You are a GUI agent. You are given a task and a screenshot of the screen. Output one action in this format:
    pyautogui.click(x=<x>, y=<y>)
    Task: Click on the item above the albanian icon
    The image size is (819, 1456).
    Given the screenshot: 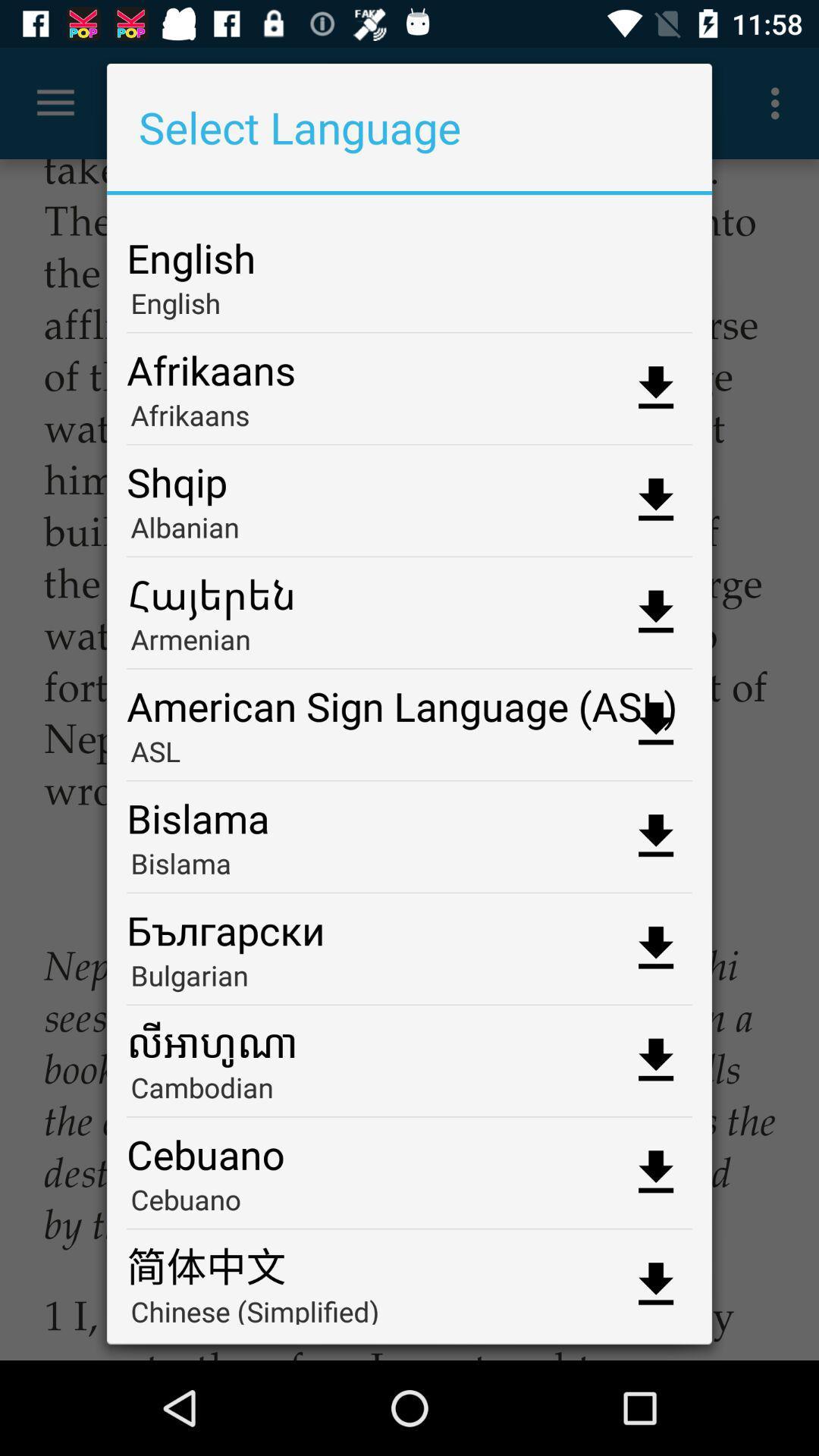 What is the action you would take?
    pyautogui.click(x=409, y=475)
    